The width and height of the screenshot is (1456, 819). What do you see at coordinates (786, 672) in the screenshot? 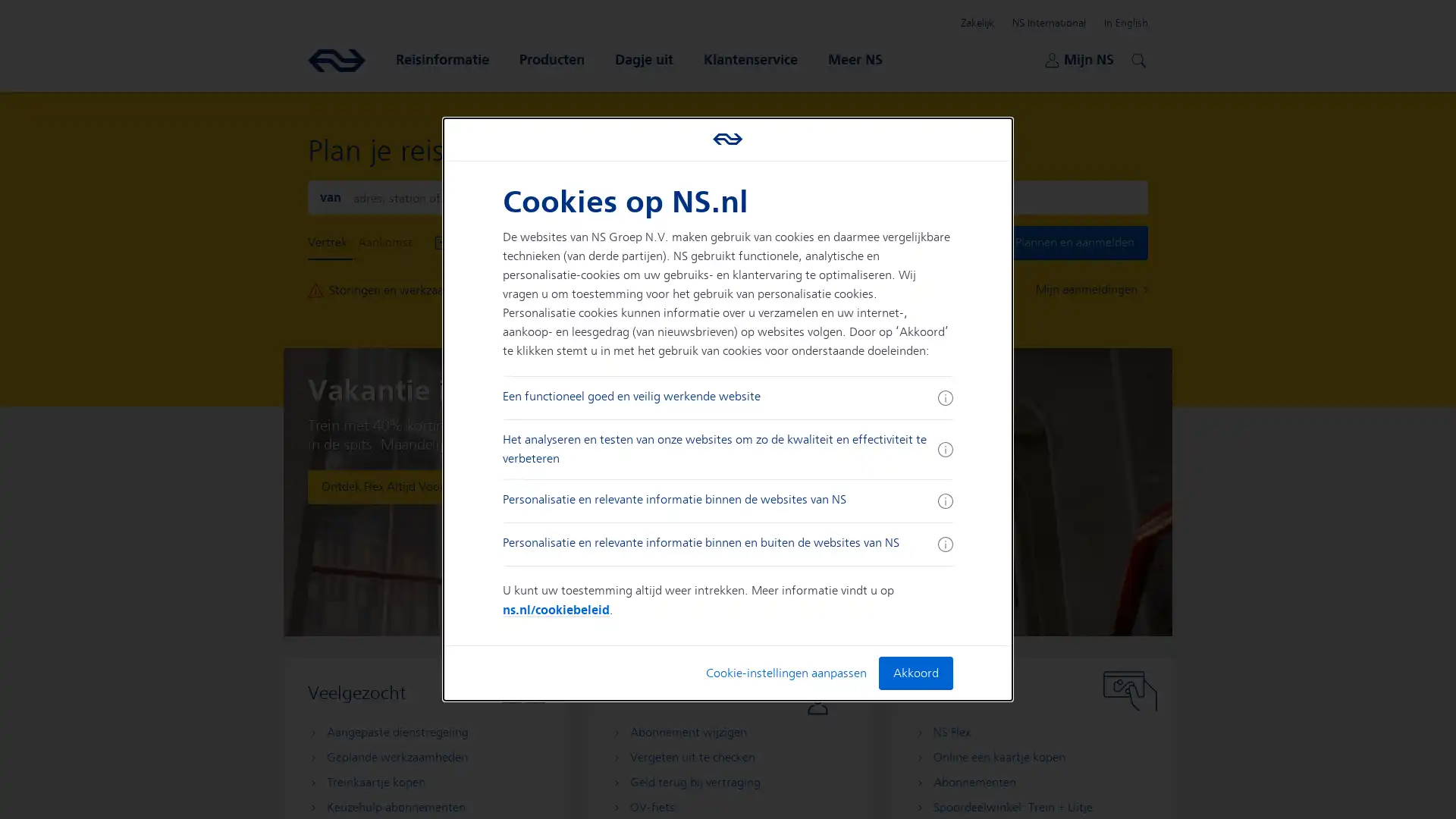
I see `Cookie-instellingen aanpassen` at bounding box center [786, 672].